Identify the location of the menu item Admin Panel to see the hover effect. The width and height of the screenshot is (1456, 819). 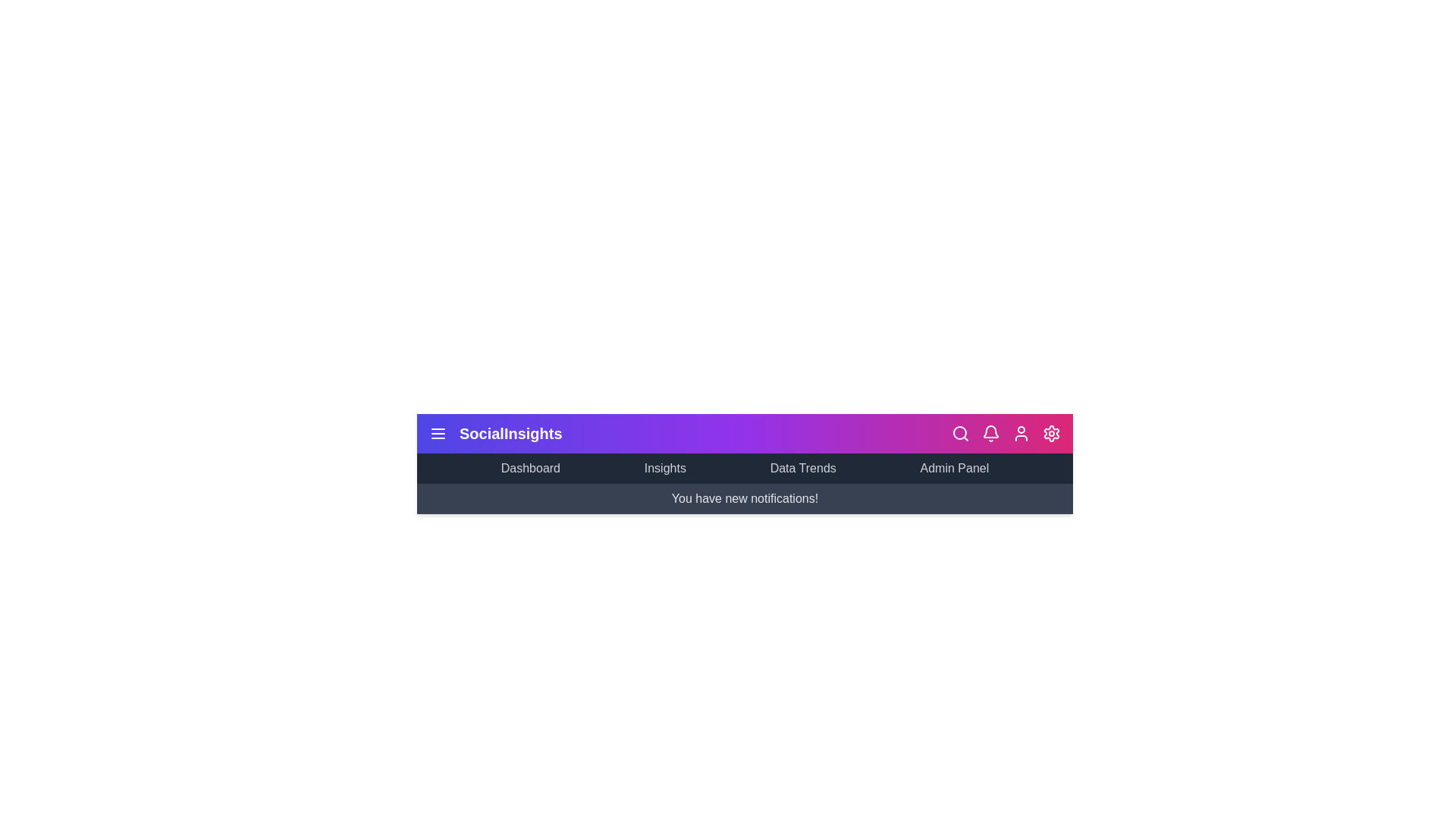
(953, 467).